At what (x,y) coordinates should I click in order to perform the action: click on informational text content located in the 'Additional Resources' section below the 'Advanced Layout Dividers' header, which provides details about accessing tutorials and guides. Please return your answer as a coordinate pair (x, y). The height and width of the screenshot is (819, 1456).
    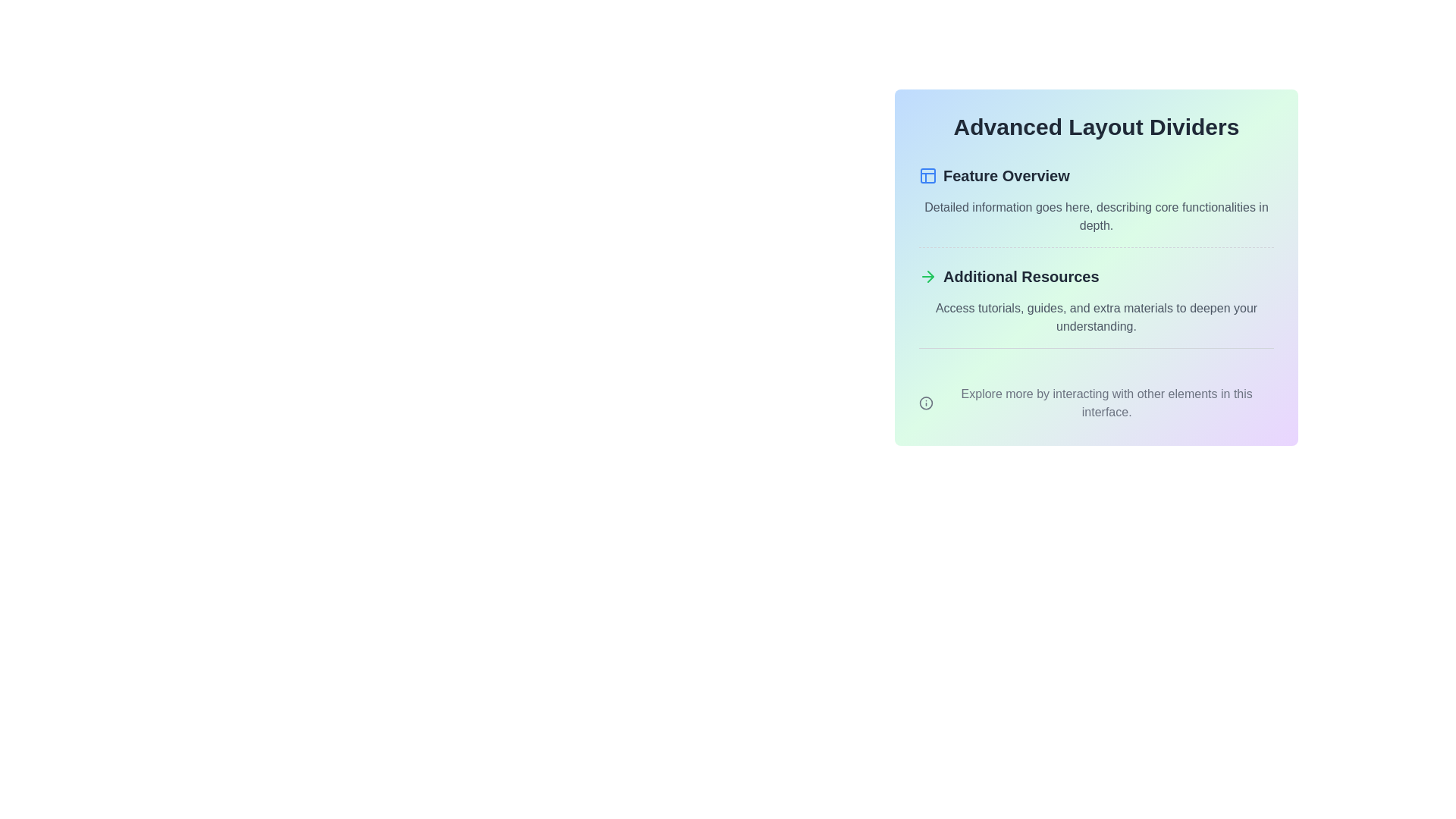
    Looking at the image, I should click on (1096, 317).